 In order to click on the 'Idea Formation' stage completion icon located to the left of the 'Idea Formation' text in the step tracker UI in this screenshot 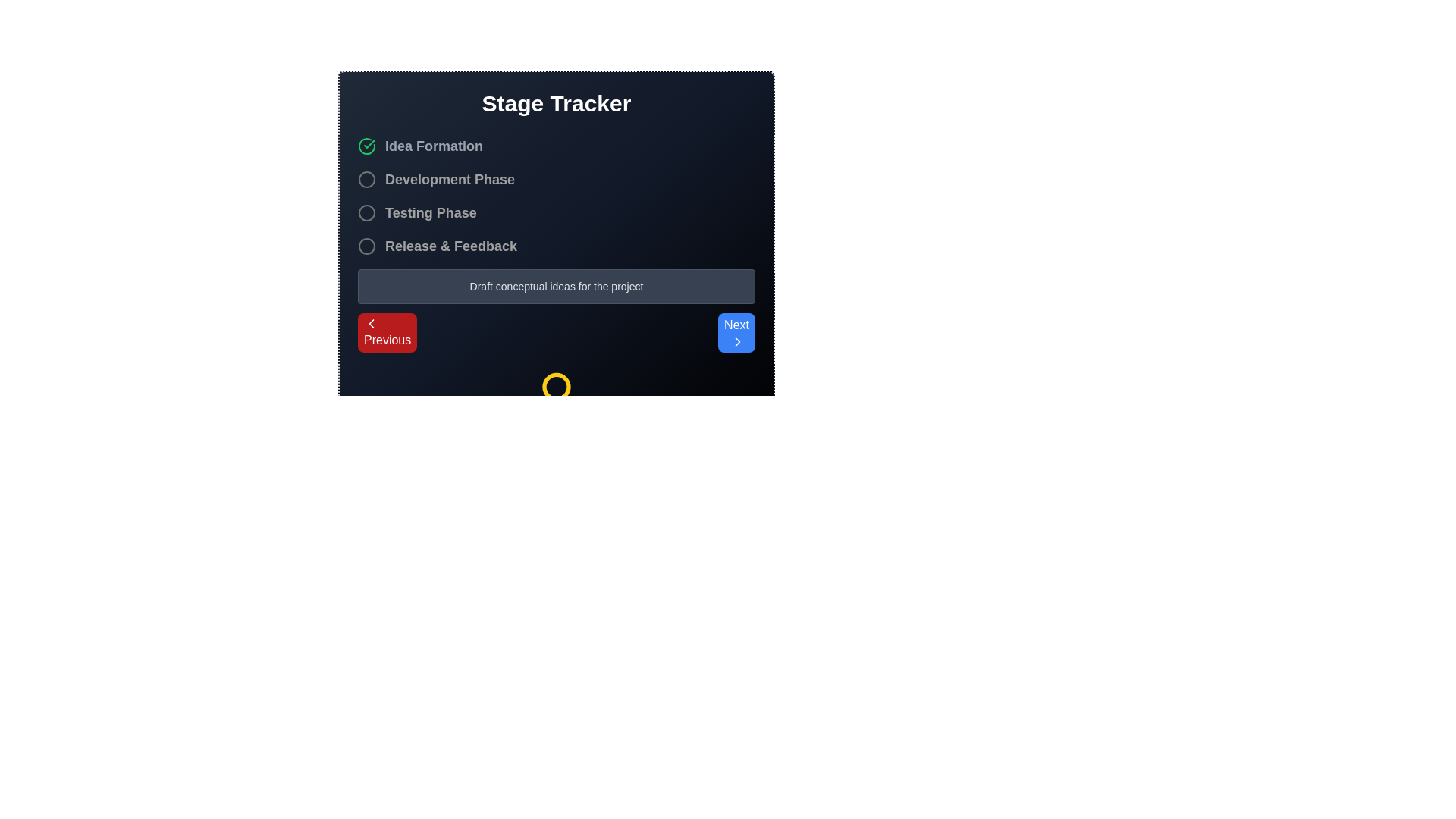, I will do `click(367, 146)`.